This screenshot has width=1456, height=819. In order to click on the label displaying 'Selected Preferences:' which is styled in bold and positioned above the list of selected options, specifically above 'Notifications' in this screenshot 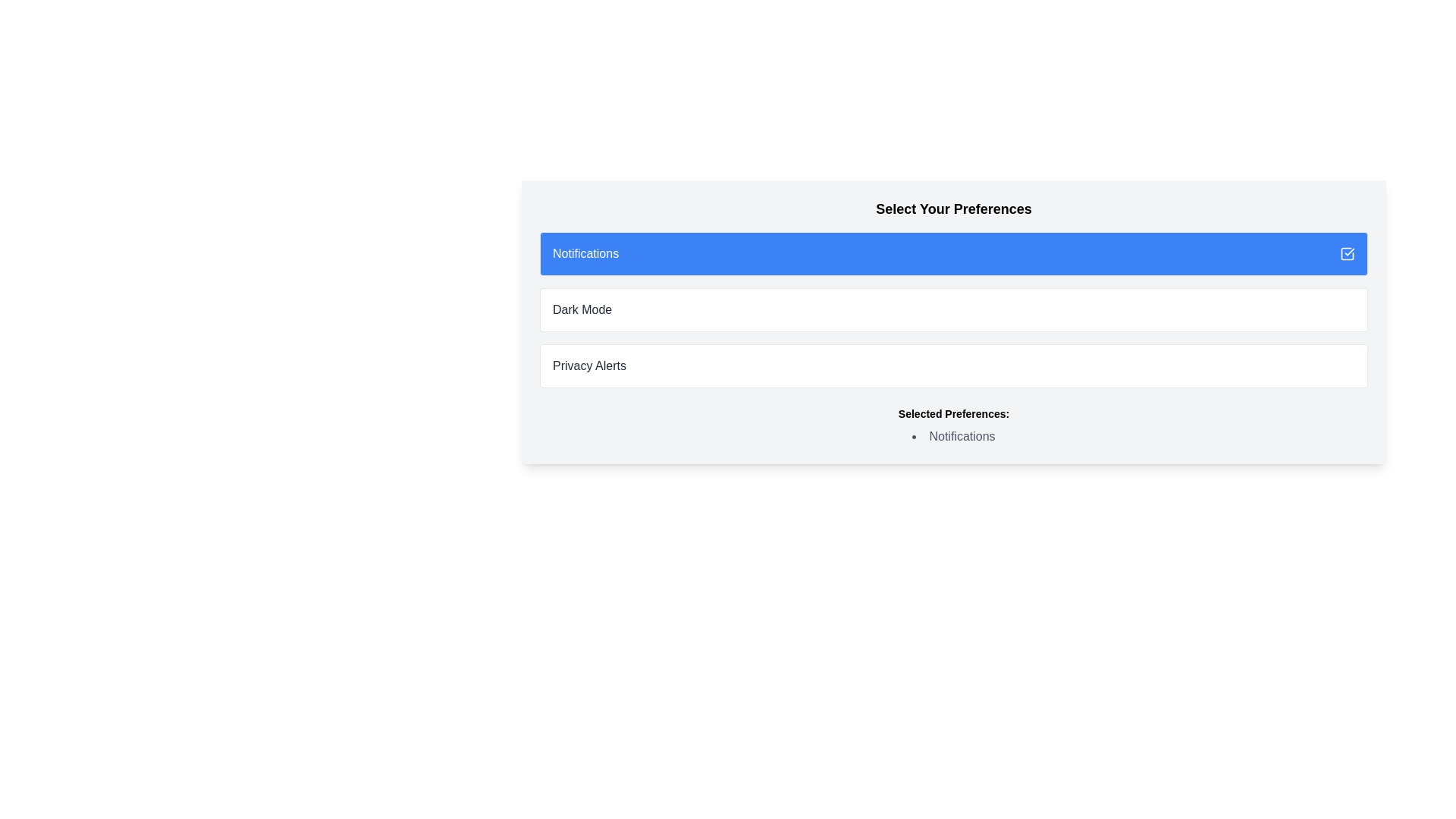, I will do `click(952, 414)`.